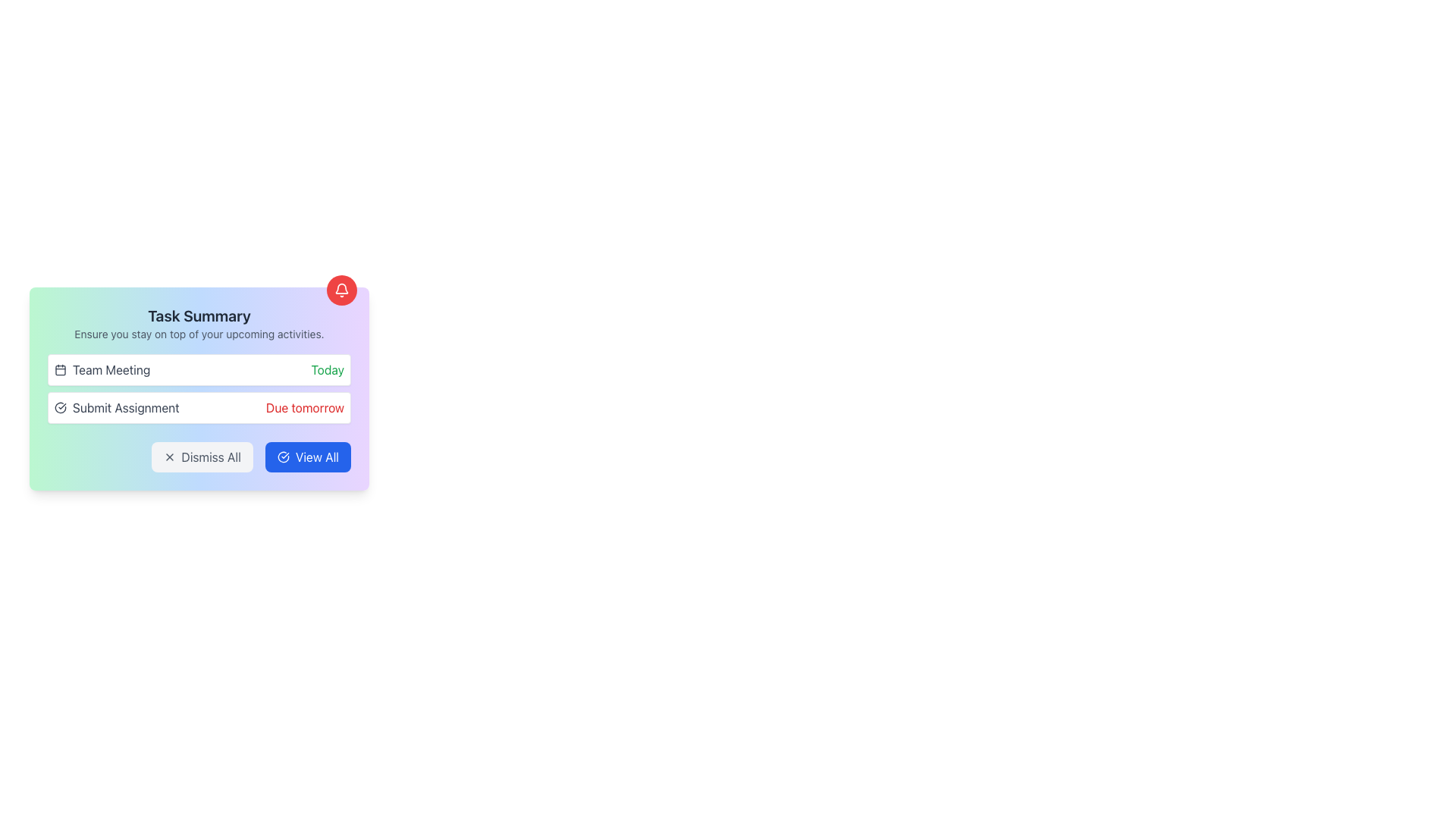 This screenshot has width=1456, height=819. What do you see at coordinates (169, 456) in the screenshot?
I see `the dismiss icon located to the left of the 'Dismiss All' button at the bottom left of the task summary card to interact with its containing button` at bounding box center [169, 456].